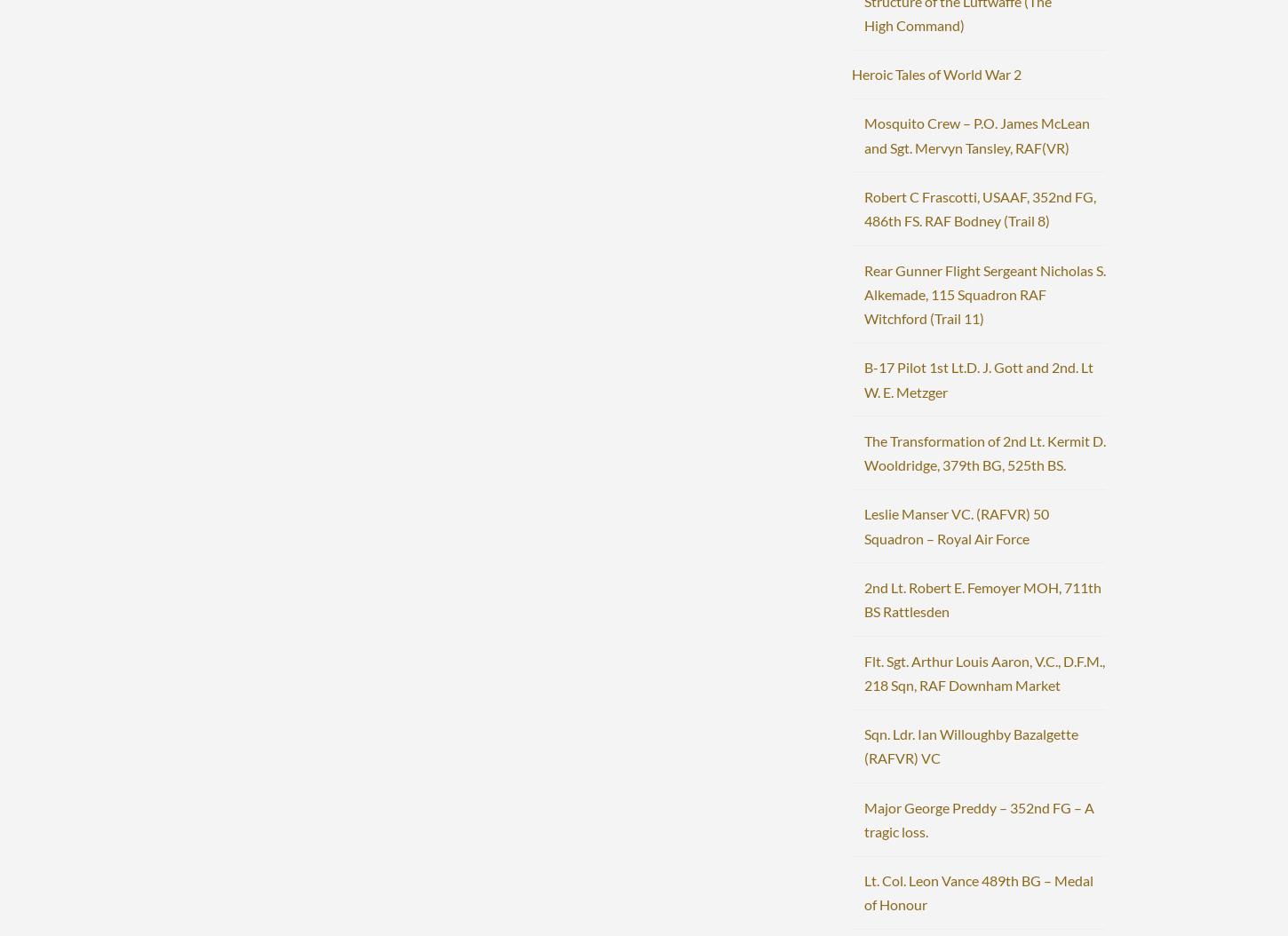  What do you see at coordinates (936, 73) in the screenshot?
I see `'Heroic Tales of World War 2'` at bounding box center [936, 73].